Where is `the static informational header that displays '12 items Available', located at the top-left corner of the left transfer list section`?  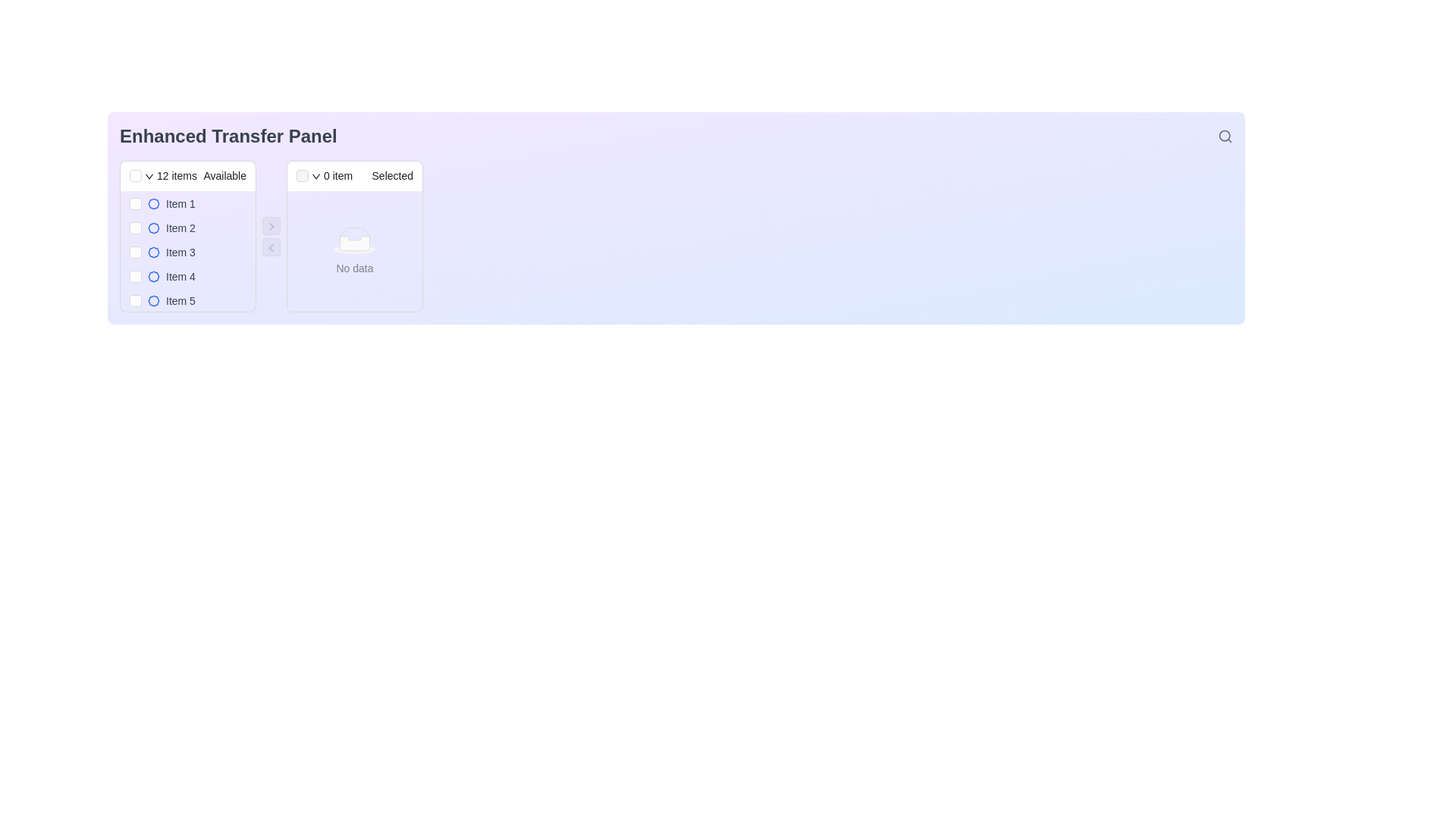
the static informational header that displays '12 items Available', located at the top-left corner of the left transfer list section is located at coordinates (187, 175).